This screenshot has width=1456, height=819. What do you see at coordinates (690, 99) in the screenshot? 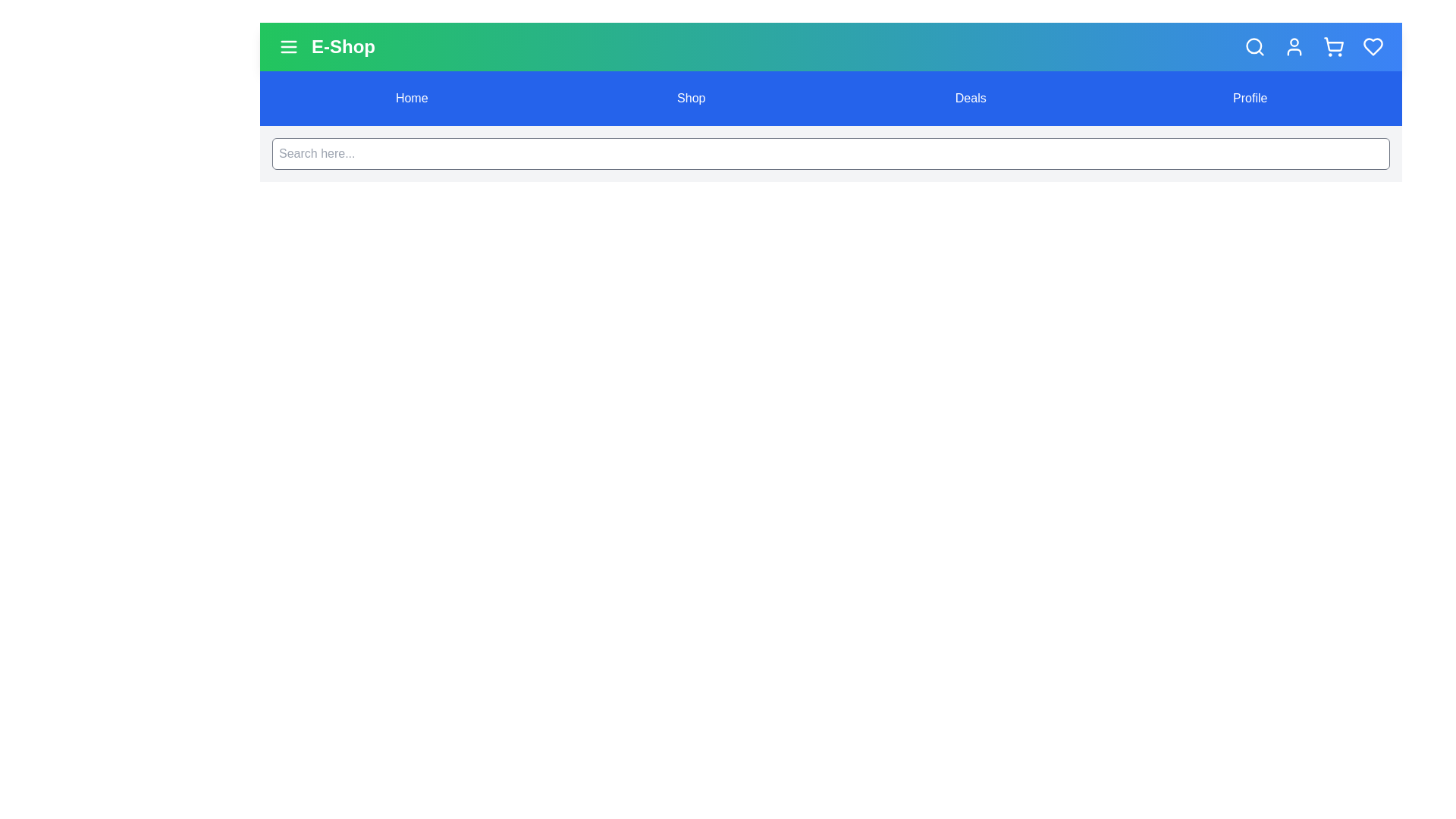
I see `the menu option Shop to navigate to the respective section` at bounding box center [690, 99].